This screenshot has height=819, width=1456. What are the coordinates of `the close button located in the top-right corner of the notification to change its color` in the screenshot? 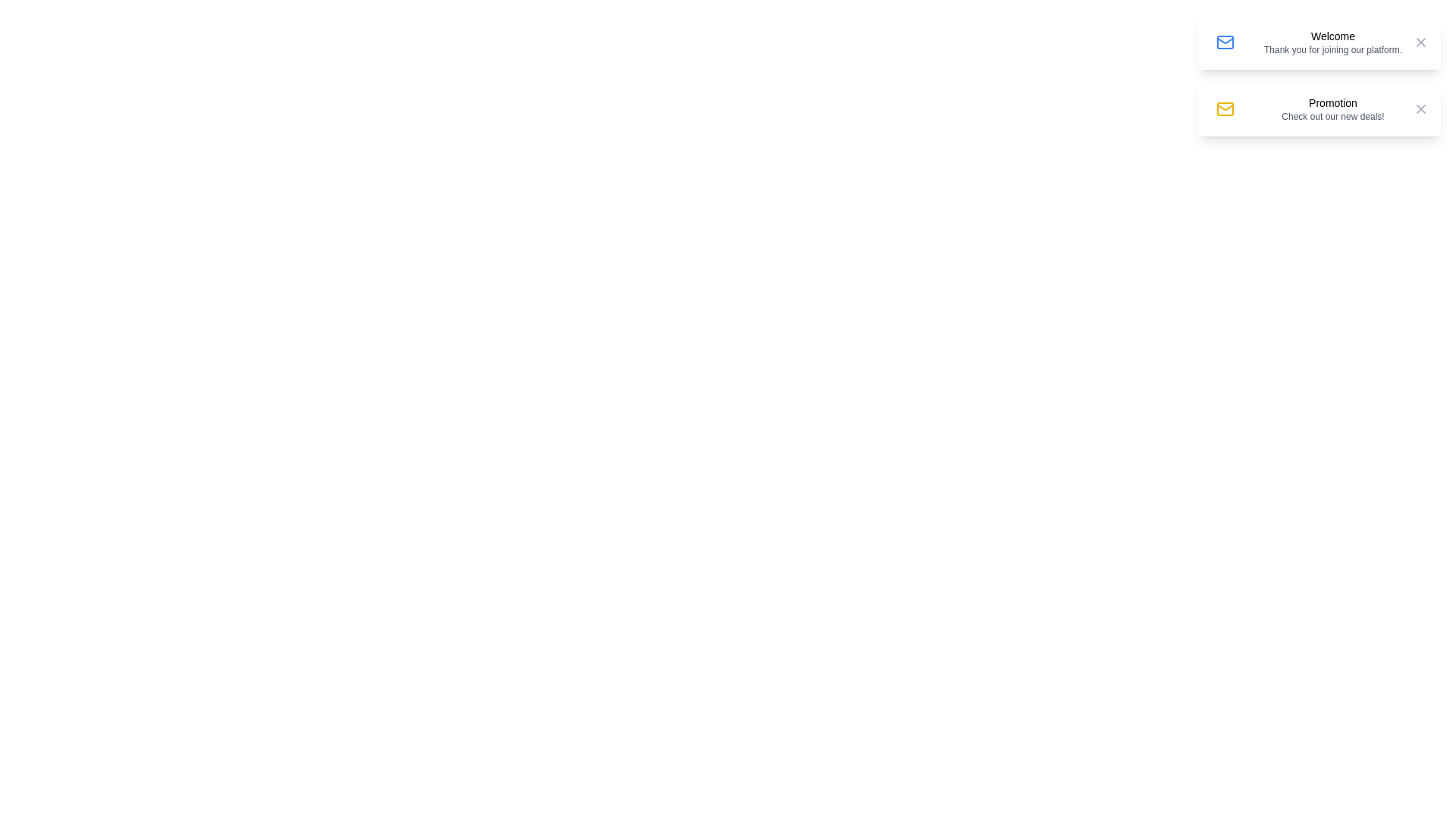 It's located at (1420, 42).